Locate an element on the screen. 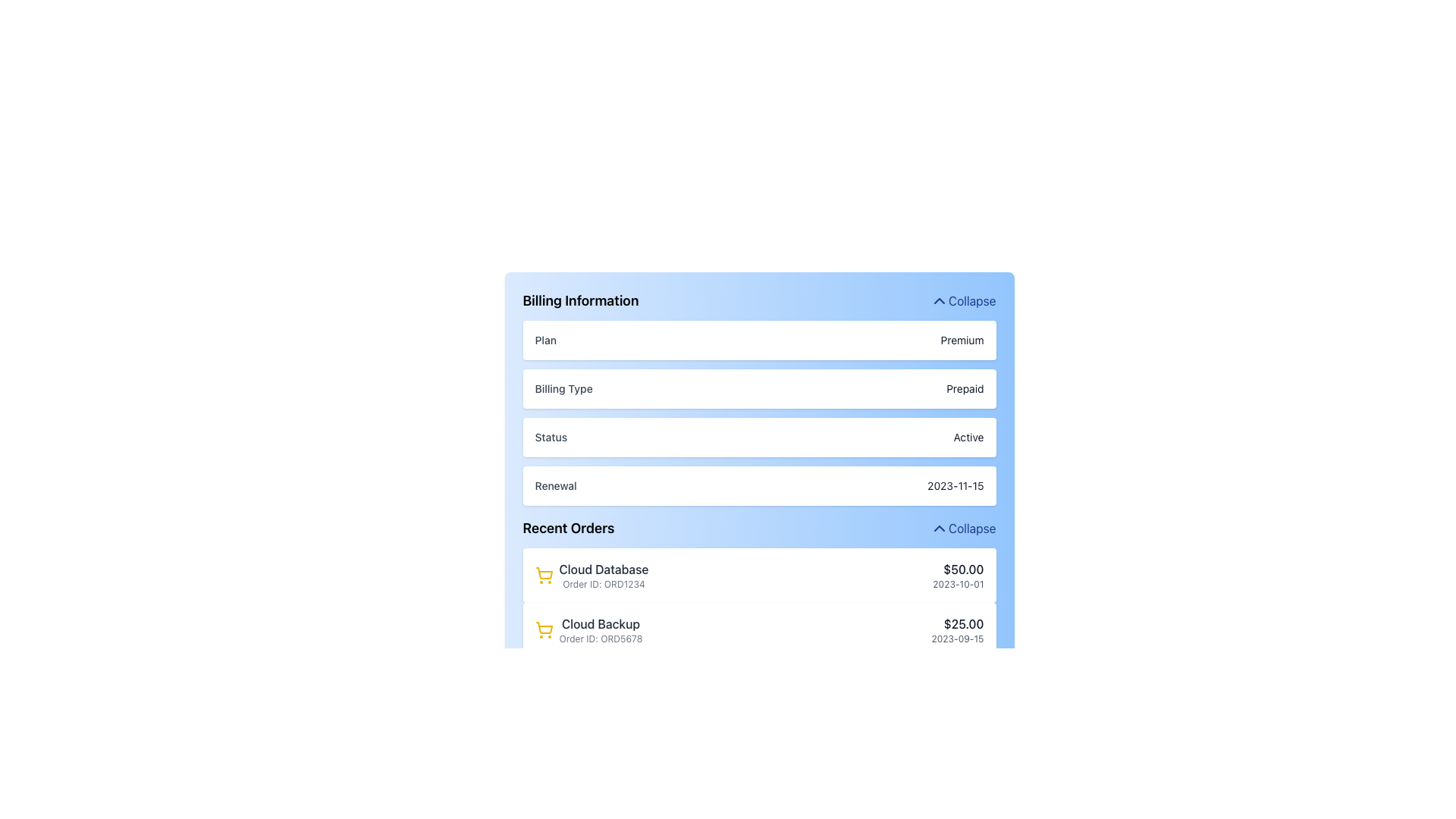 Image resolution: width=1456 pixels, height=819 pixels. the yellow shopping cart icon located to the left of the 'Cloud Database' text and 'Order ID: ORD1234' in the 'Recent Orders' section is located at coordinates (544, 576).